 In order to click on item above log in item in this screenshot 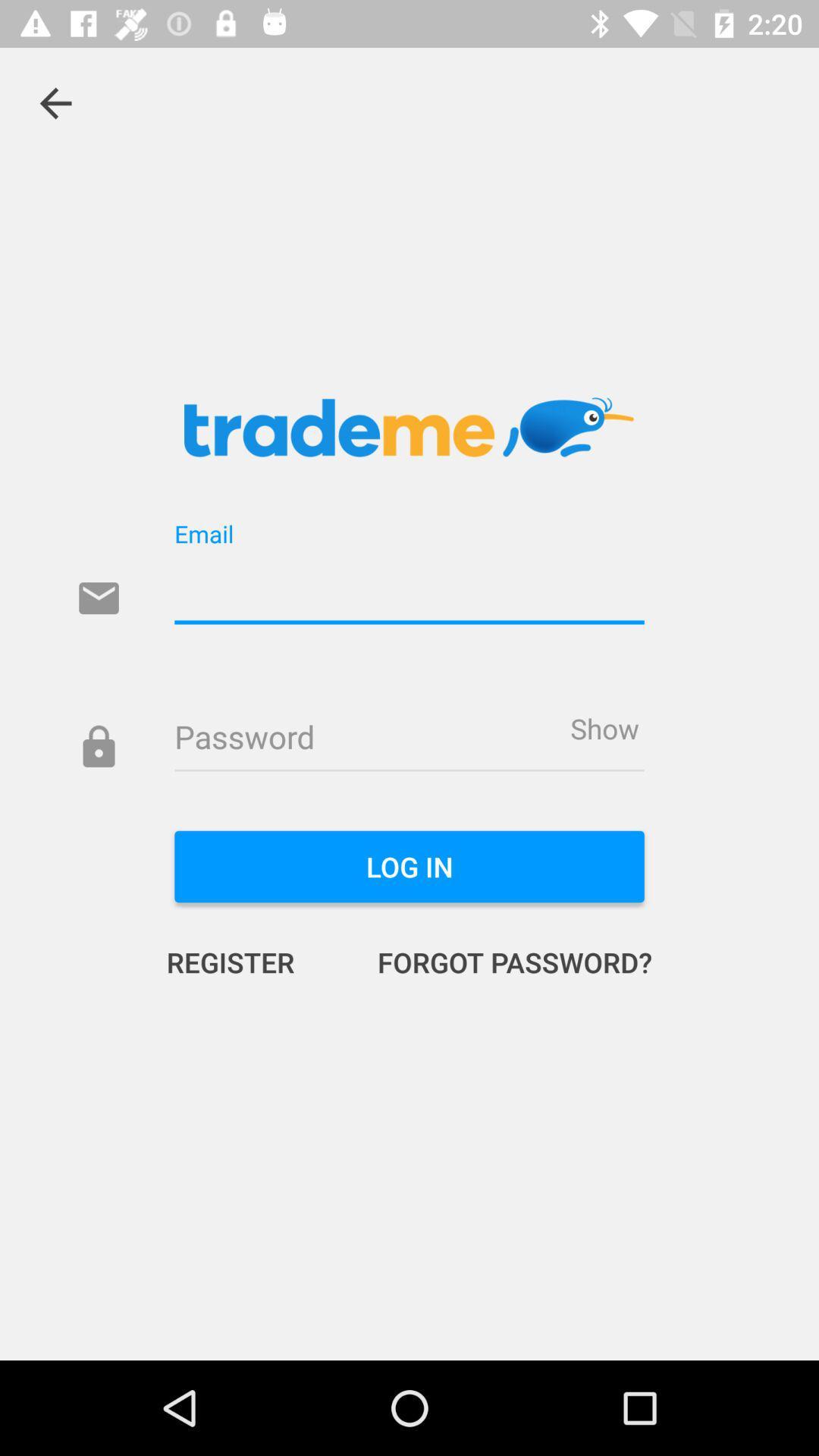, I will do `click(604, 728)`.